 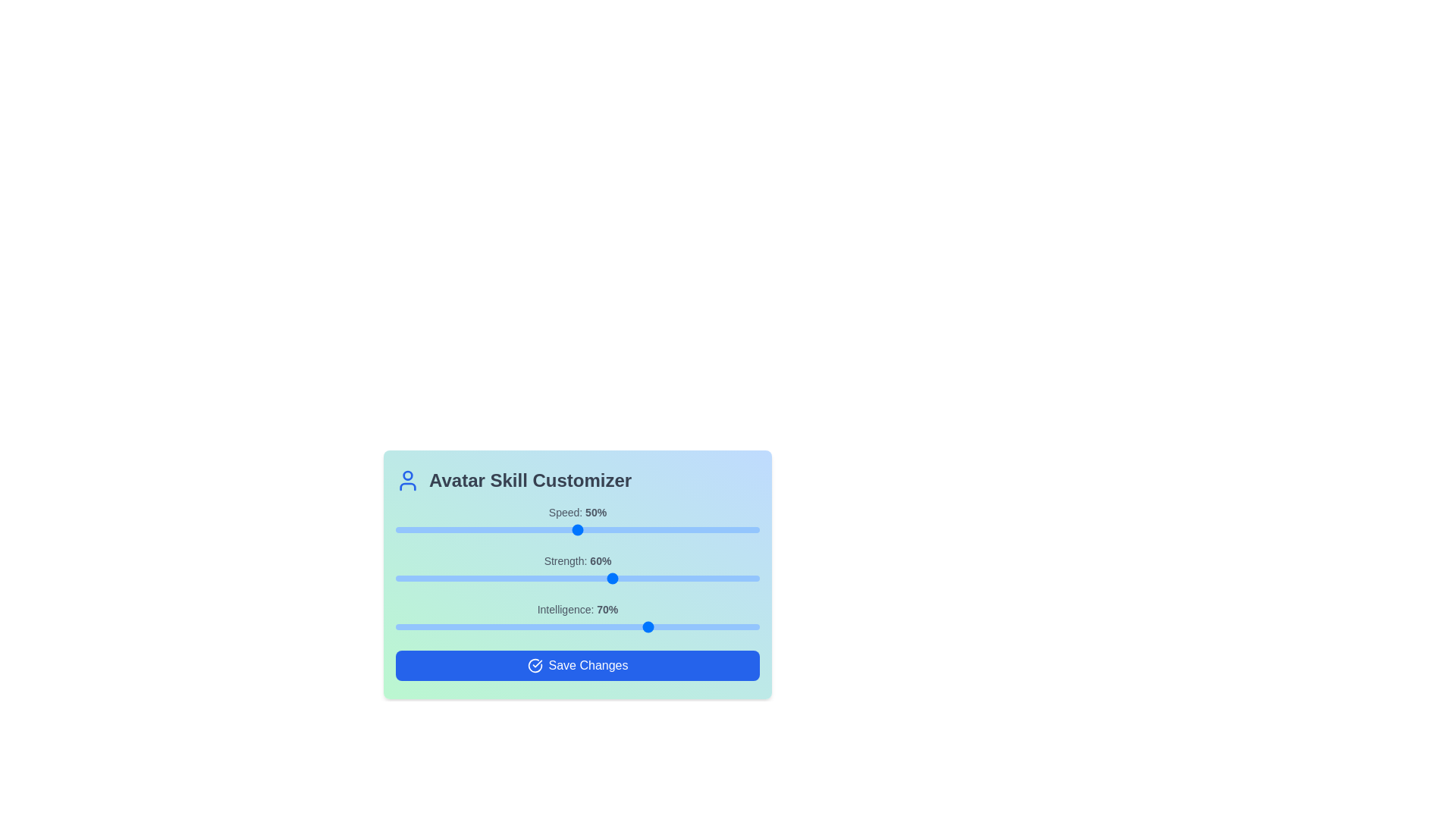 What do you see at coordinates (577, 570) in the screenshot?
I see `the slider handle for the 'Strength' attribute` at bounding box center [577, 570].